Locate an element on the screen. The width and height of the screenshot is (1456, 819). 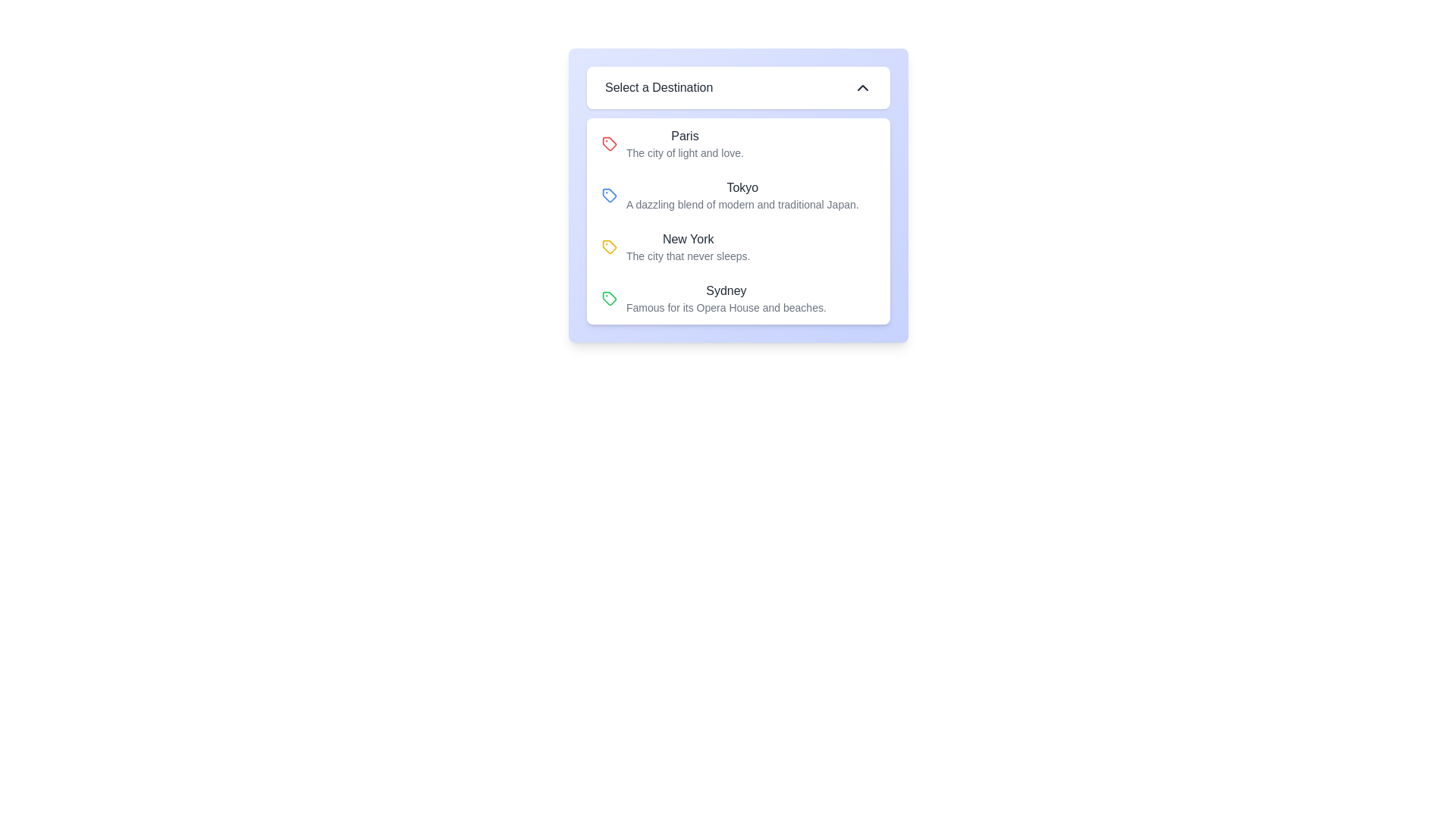
the static text label that serves as a title for the dropdown interface, which is centered within a white dropdown box with rounded corners is located at coordinates (659, 87).